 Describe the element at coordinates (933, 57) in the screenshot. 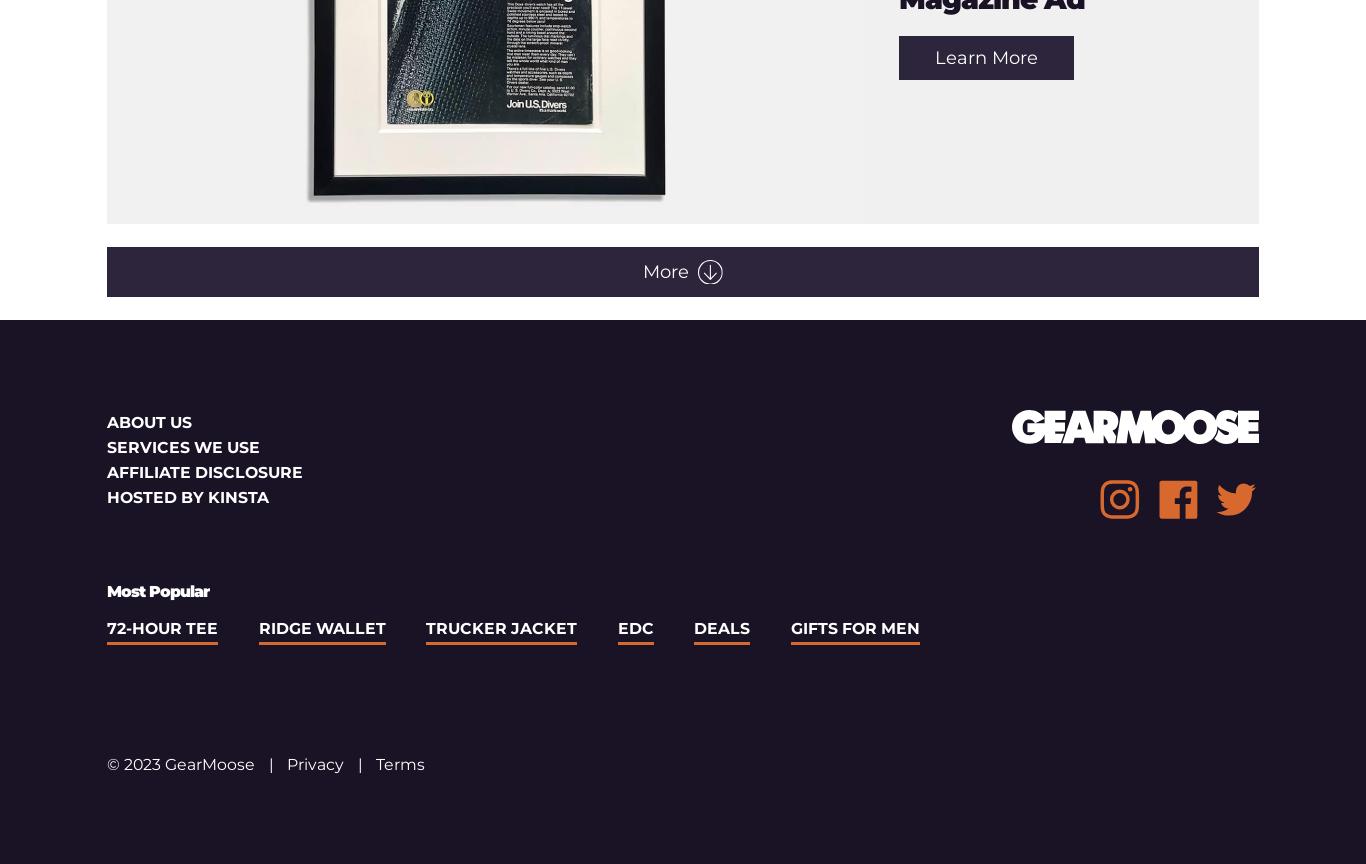

I see `'Learn More'` at that location.